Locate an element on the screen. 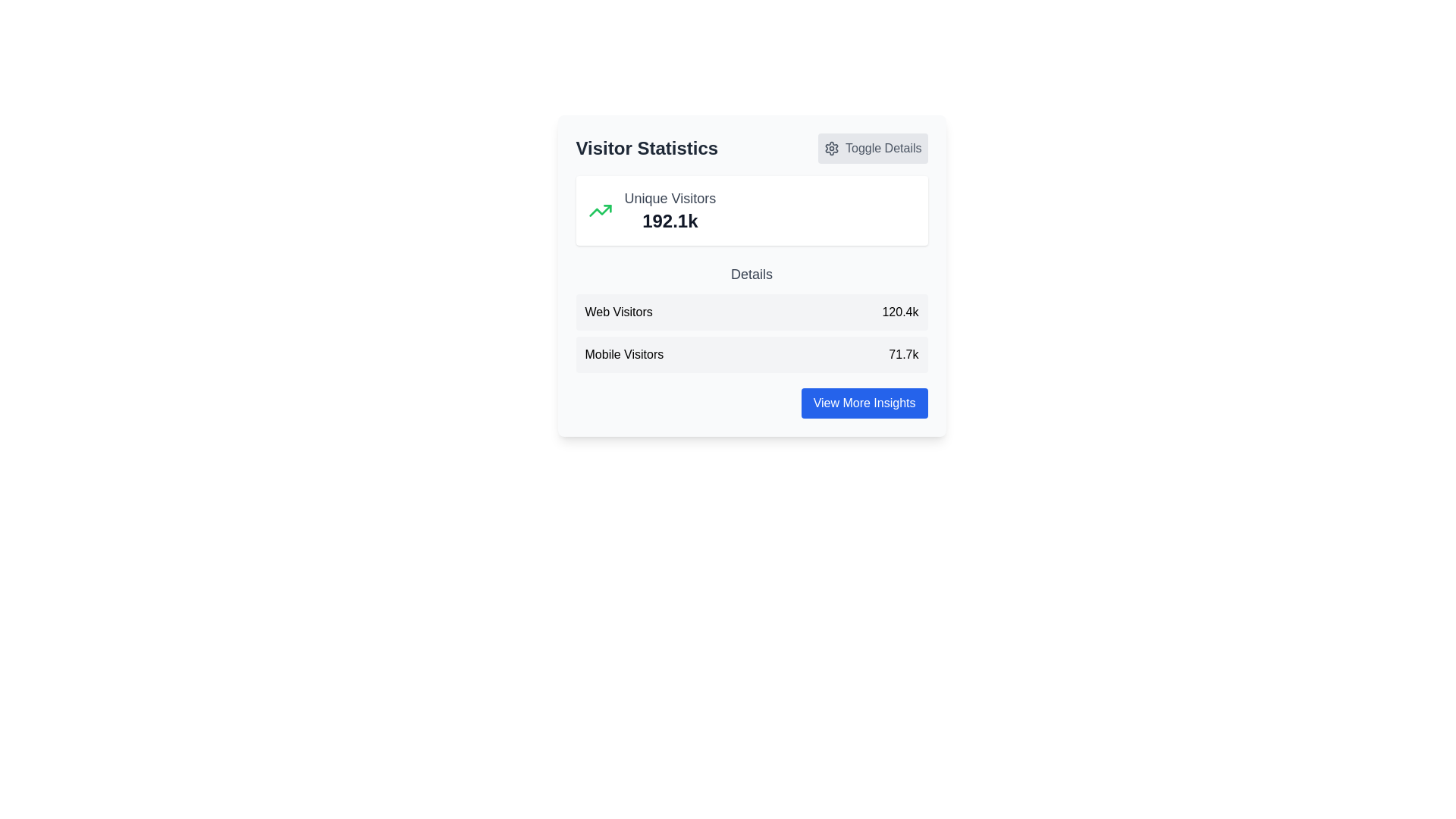 This screenshot has height=819, width=1456. displayed value from the Text label that represents the count of unique visitors, located below the 'Unique Visitors' text in the 'Visitor Statistics' panel is located at coordinates (669, 221).